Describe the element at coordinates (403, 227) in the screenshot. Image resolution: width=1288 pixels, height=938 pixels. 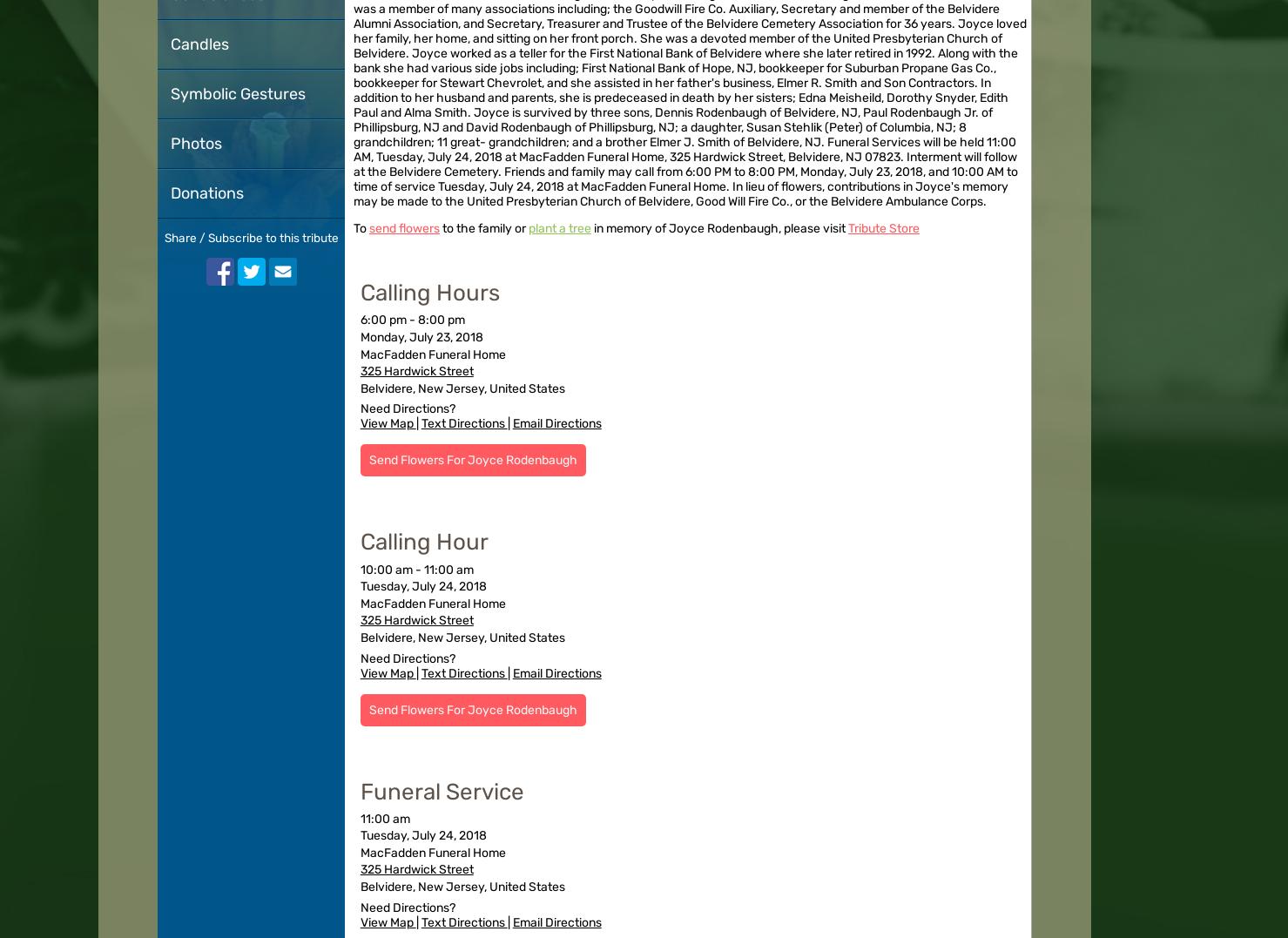
I see `'send flowers'` at that location.